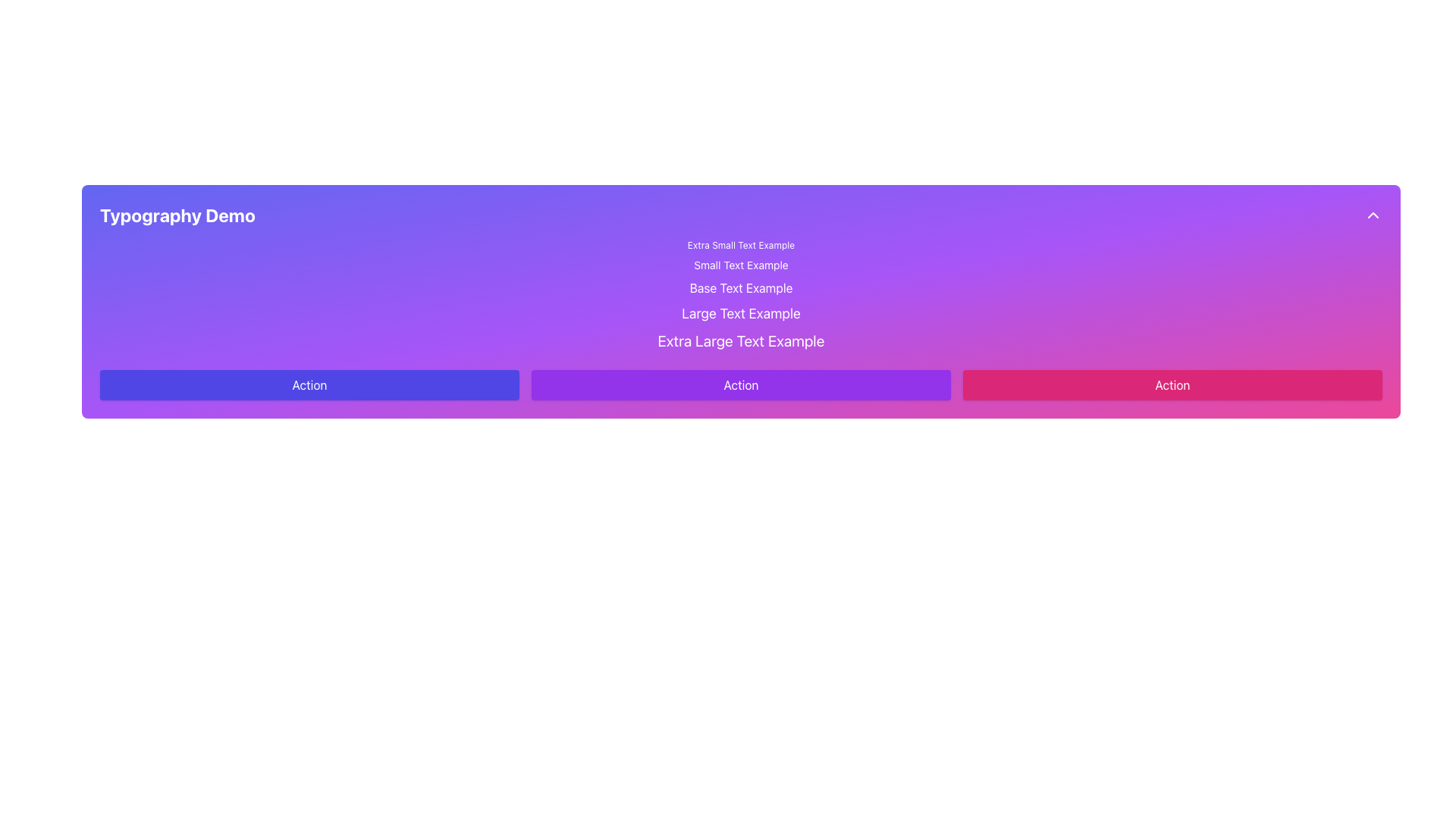 The image size is (1456, 819). What do you see at coordinates (741, 312) in the screenshot?
I see `text displayed in the Typography example, which is the fourth element in a vertical stack of text elements, located between 'Base Text Example' and 'Extra Large Text Example'` at bounding box center [741, 312].